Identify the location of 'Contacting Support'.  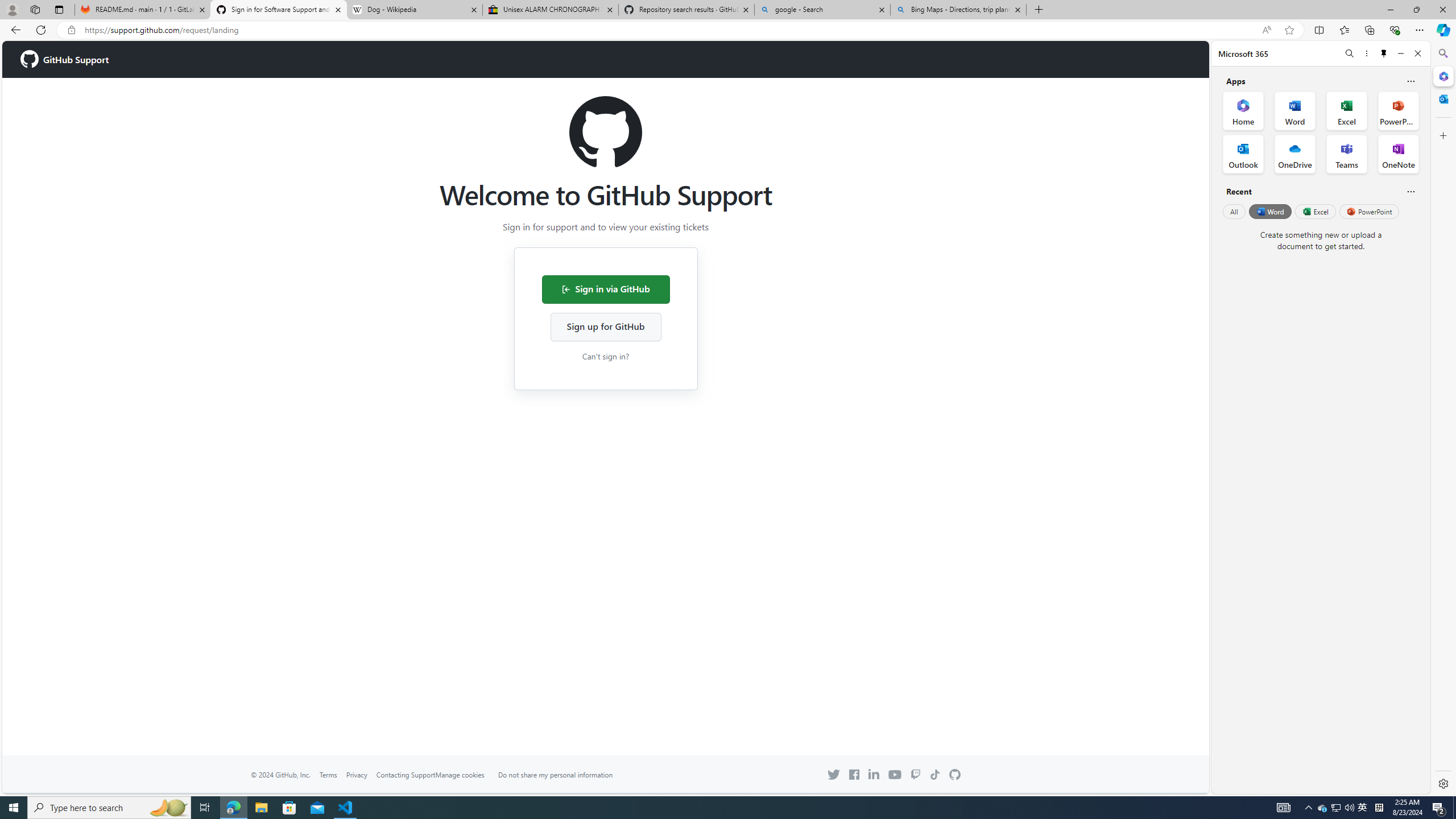
(405, 773).